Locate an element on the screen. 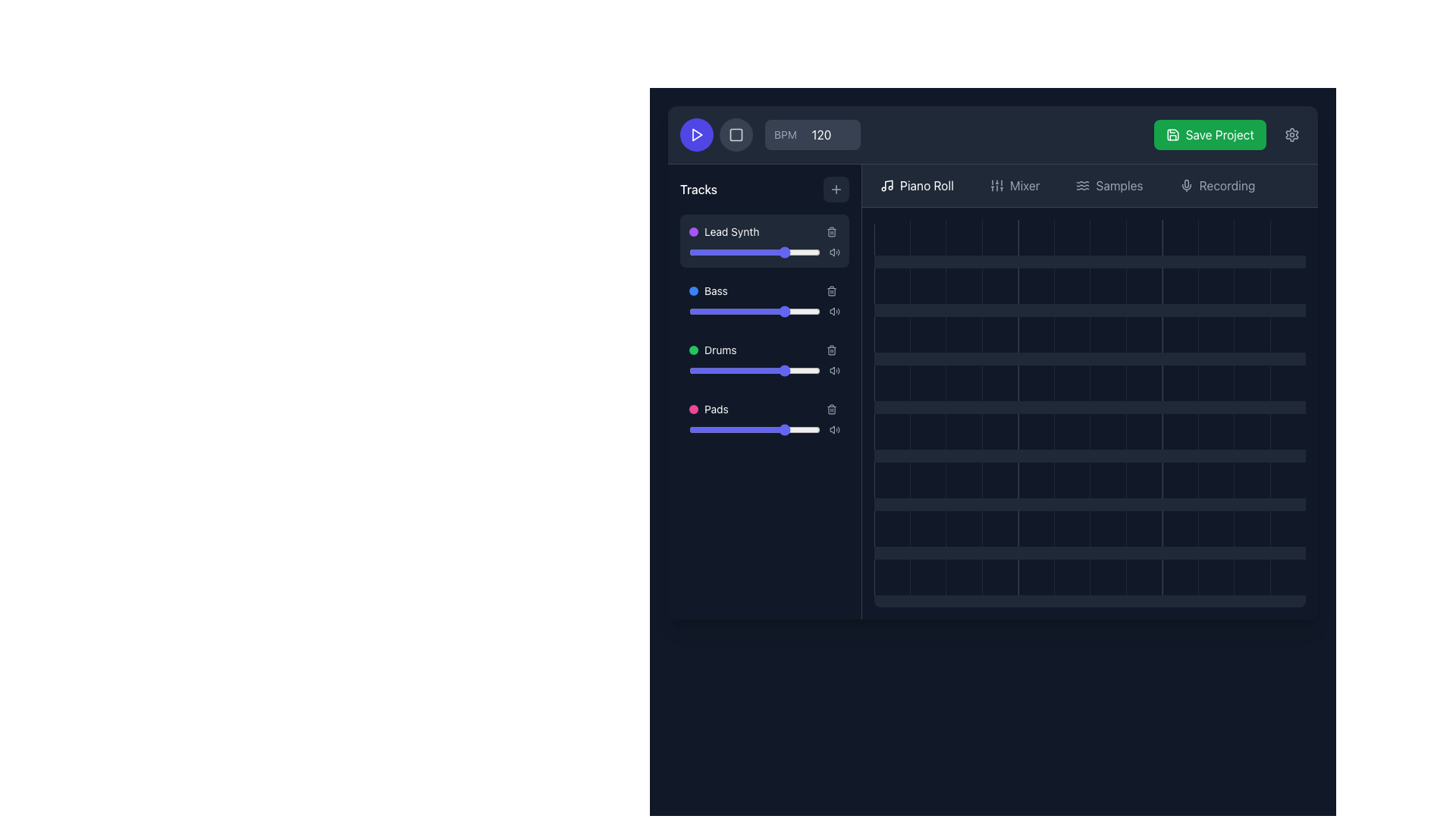  the list item with the text 'Pads' which has a pink circular indicator to its left is located at coordinates (708, 409).